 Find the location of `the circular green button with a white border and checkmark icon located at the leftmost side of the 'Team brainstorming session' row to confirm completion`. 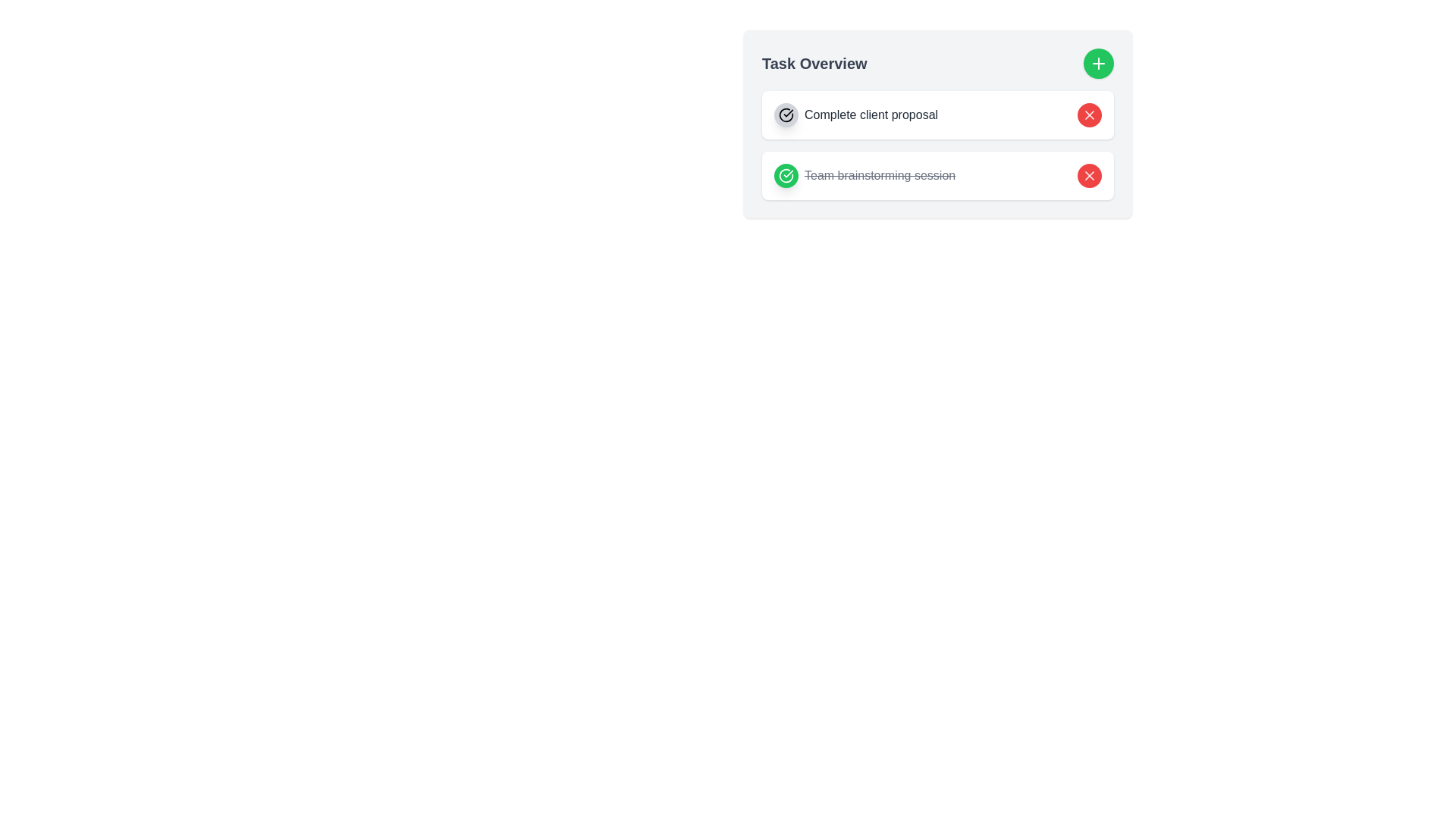

the circular green button with a white border and checkmark icon located at the leftmost side of the 'Team brainstorming session' row to confirm completion is located at coordinates (786, 174).